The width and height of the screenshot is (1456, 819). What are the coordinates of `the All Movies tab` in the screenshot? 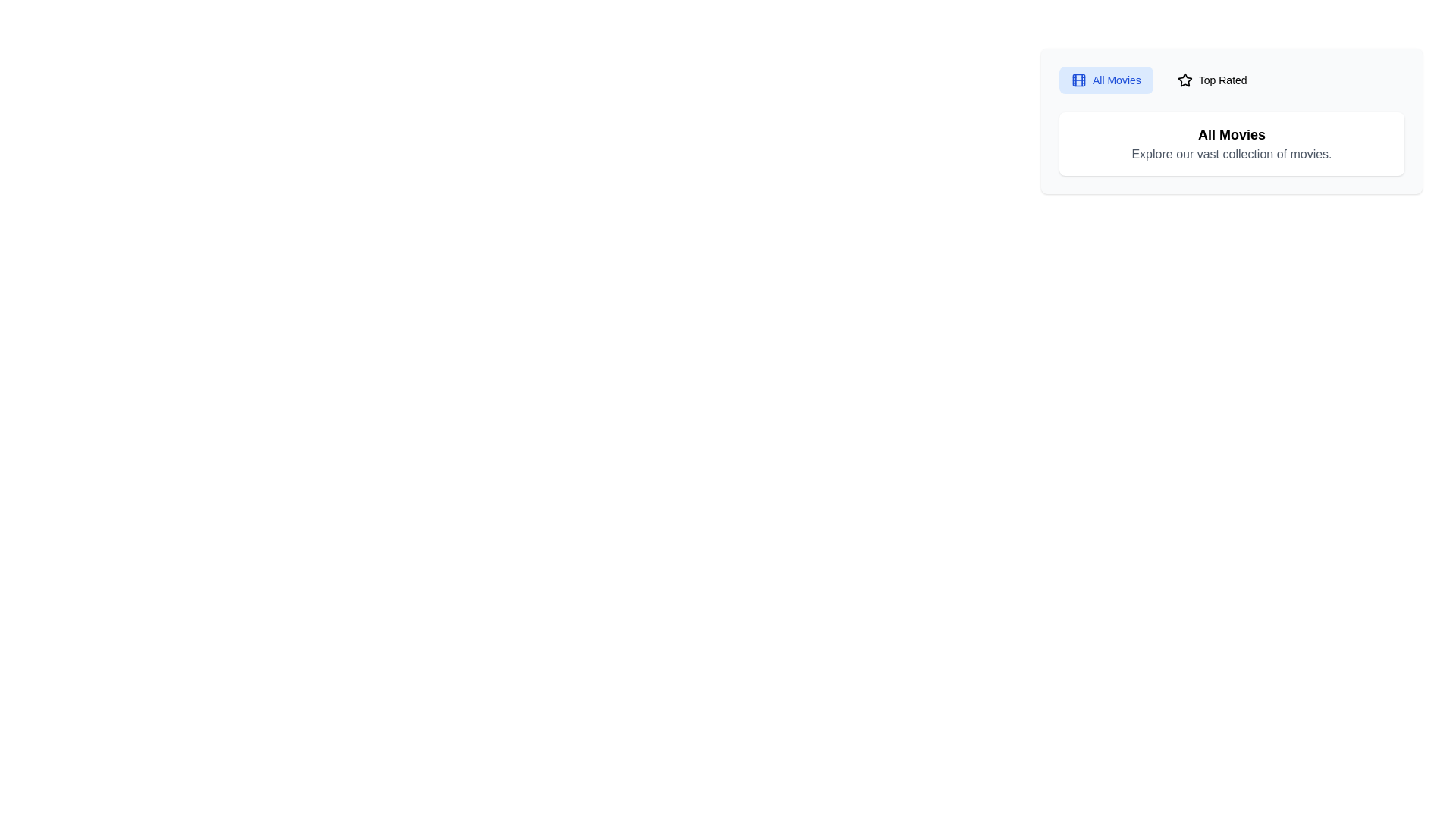 It's located at (1106, 80).